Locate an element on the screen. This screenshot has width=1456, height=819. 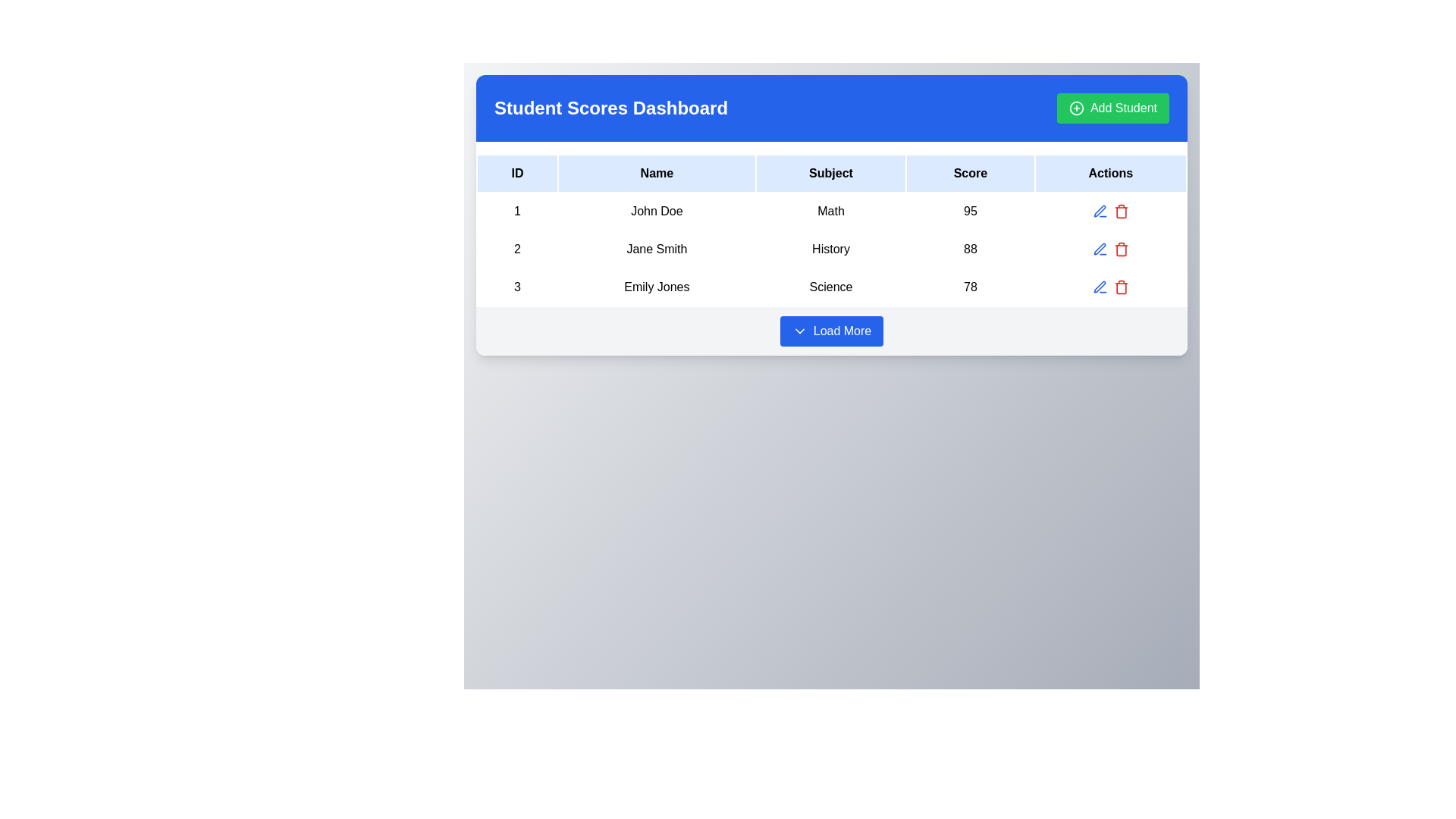
the text element in the second row, first column of the table under the 'Student Scores Dashboard' header is located at coordinates (517, 248).